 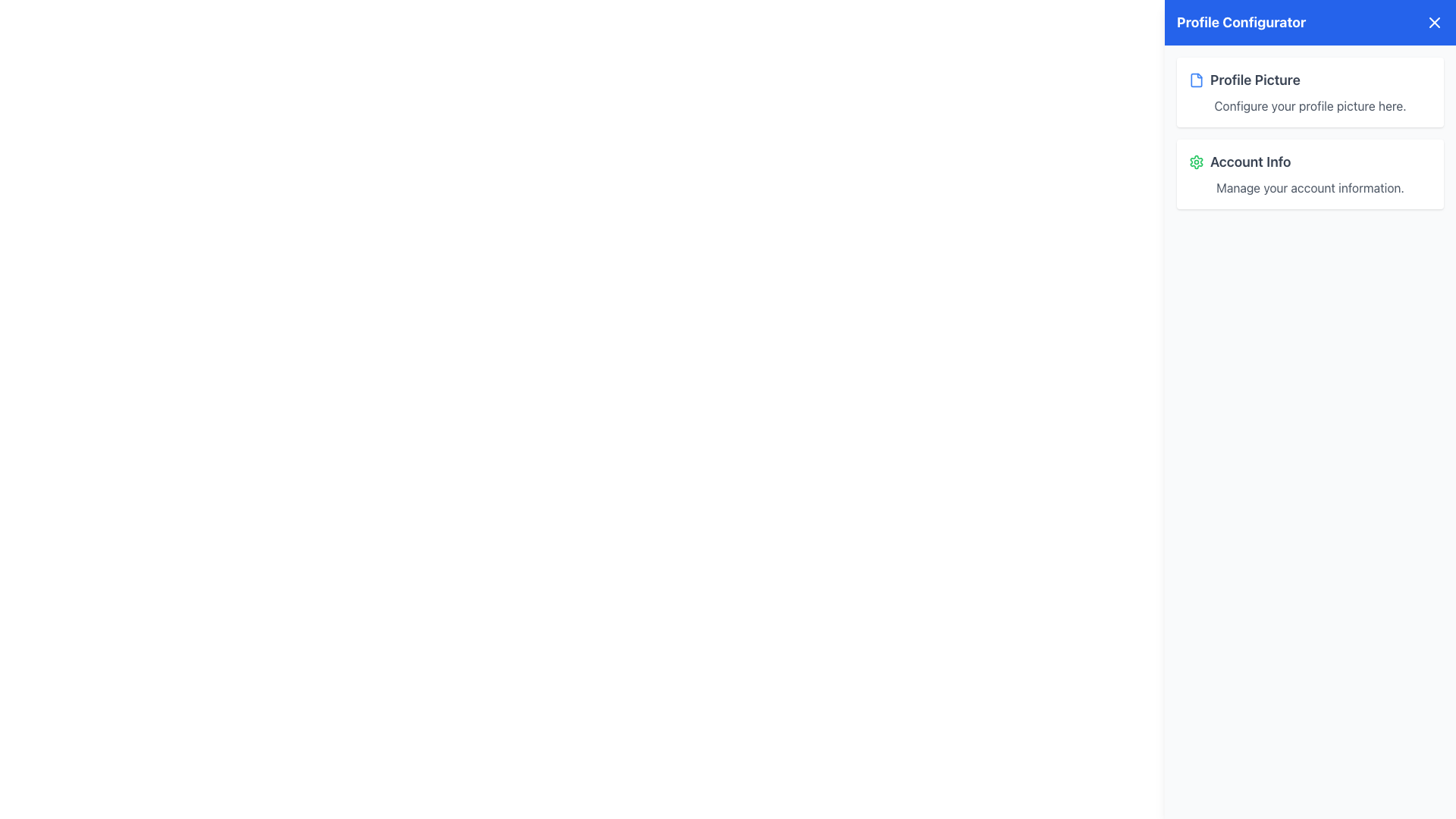 What do you see at coordinates (1255, 80) in the screenshot?
I see `the 'Profile Picture' text label in the 'Profile Configurator' panel, which is styled with a gray font color, medium-large size, and bold weight` at bounding box center [1255, 80].